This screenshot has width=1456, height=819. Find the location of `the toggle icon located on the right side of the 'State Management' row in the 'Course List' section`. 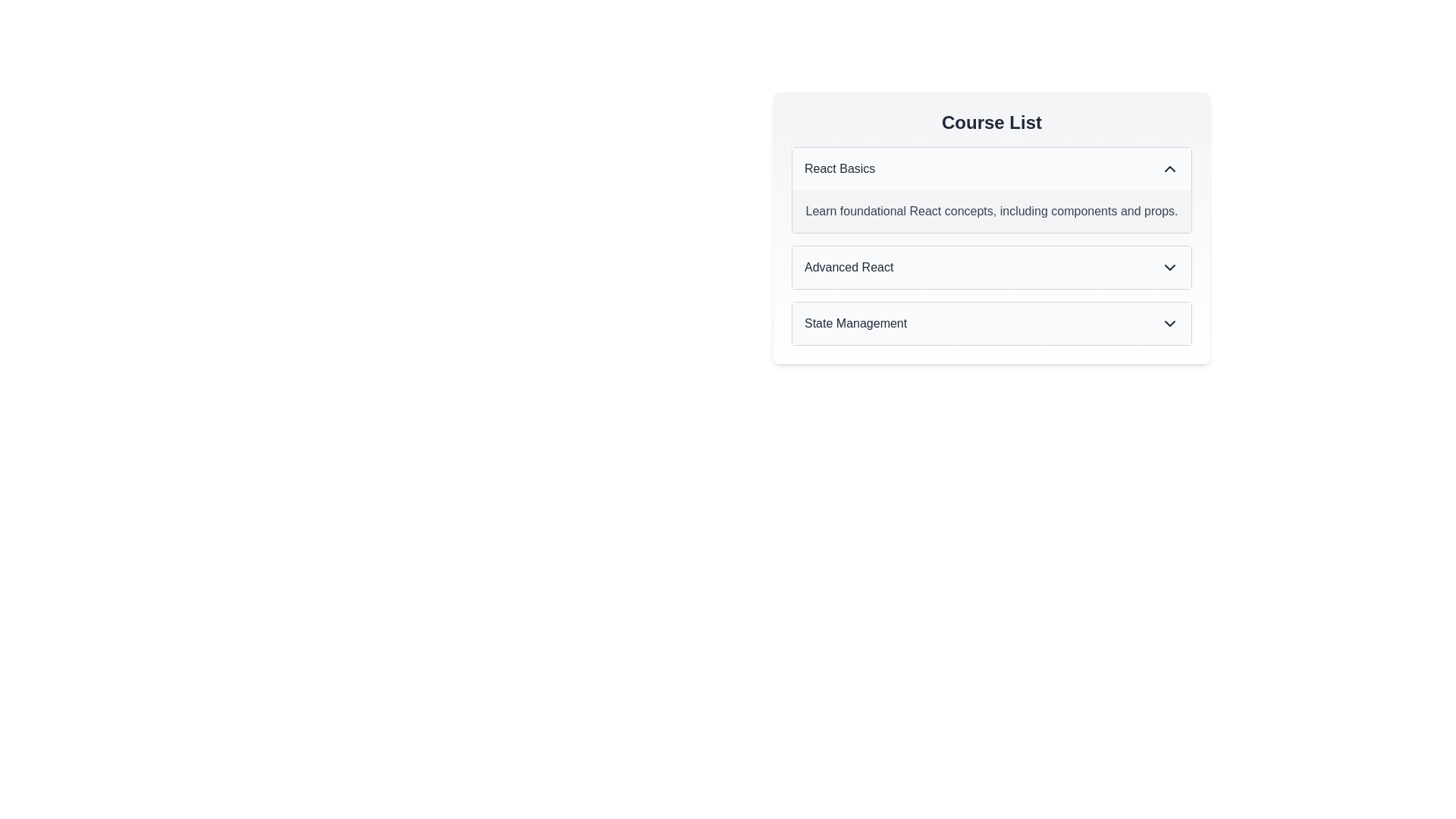

the toggle icon located on the right side of the 'State Management' row in the 'Course List' section is located at coordinates (1169, 323).